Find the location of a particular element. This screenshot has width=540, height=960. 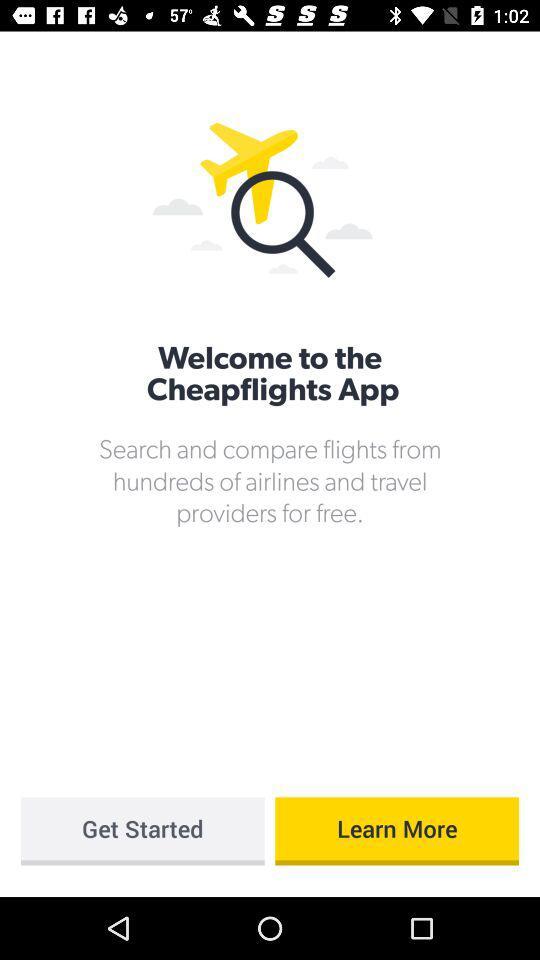

item at the bottom left corner is located at coordinates (141, 831).